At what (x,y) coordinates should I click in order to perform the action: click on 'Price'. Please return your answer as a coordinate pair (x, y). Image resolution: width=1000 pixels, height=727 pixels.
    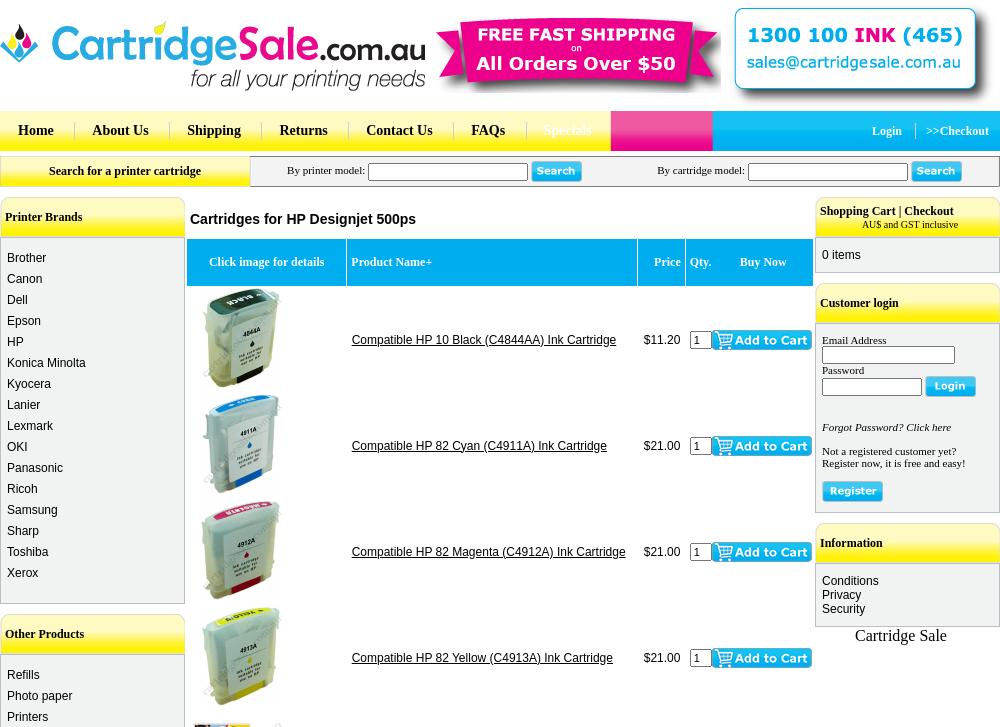
    Looking at the image, I should click on (667, 262).